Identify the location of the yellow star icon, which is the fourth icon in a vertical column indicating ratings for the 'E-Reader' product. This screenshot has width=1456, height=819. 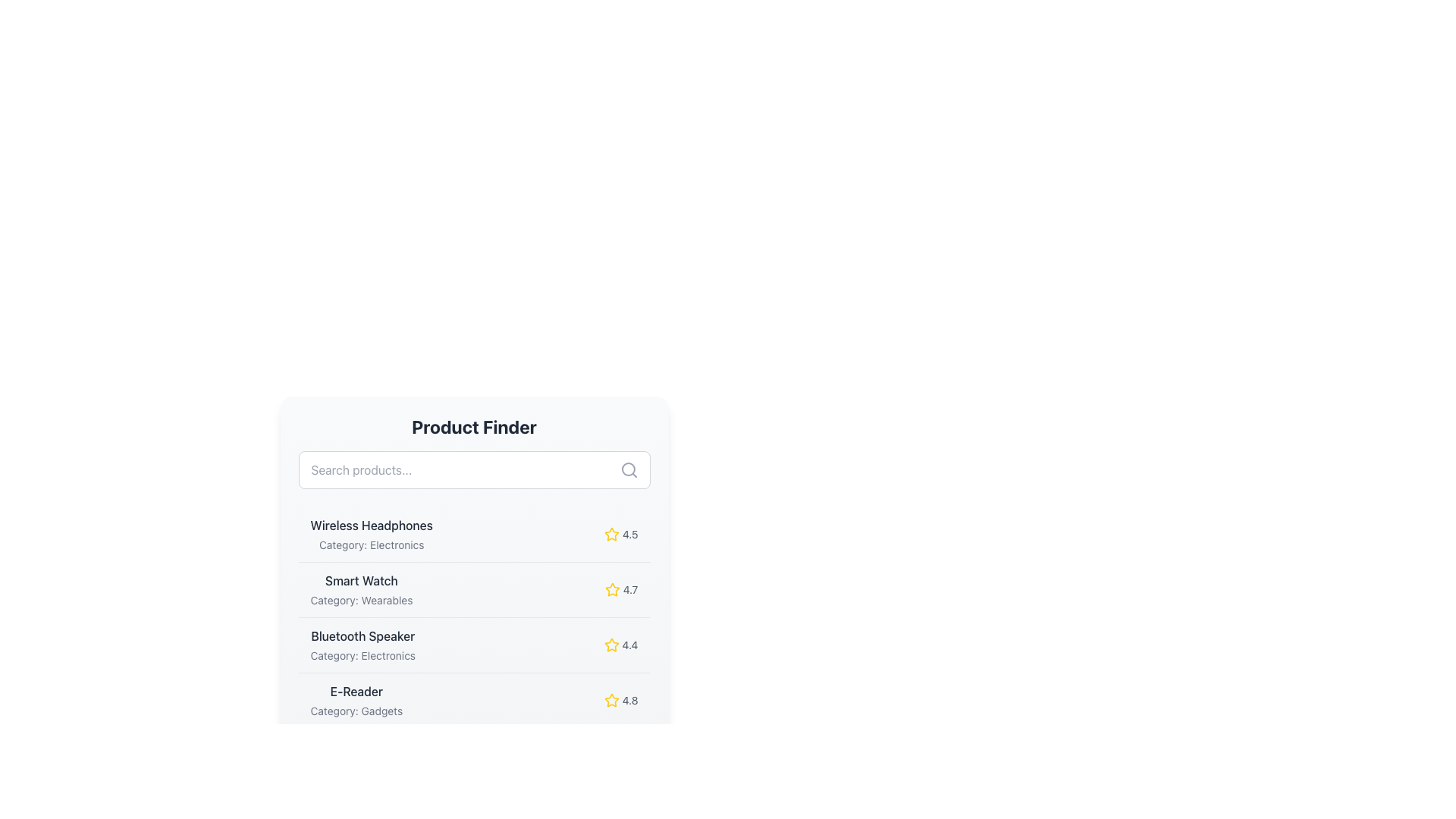
(611, 700).